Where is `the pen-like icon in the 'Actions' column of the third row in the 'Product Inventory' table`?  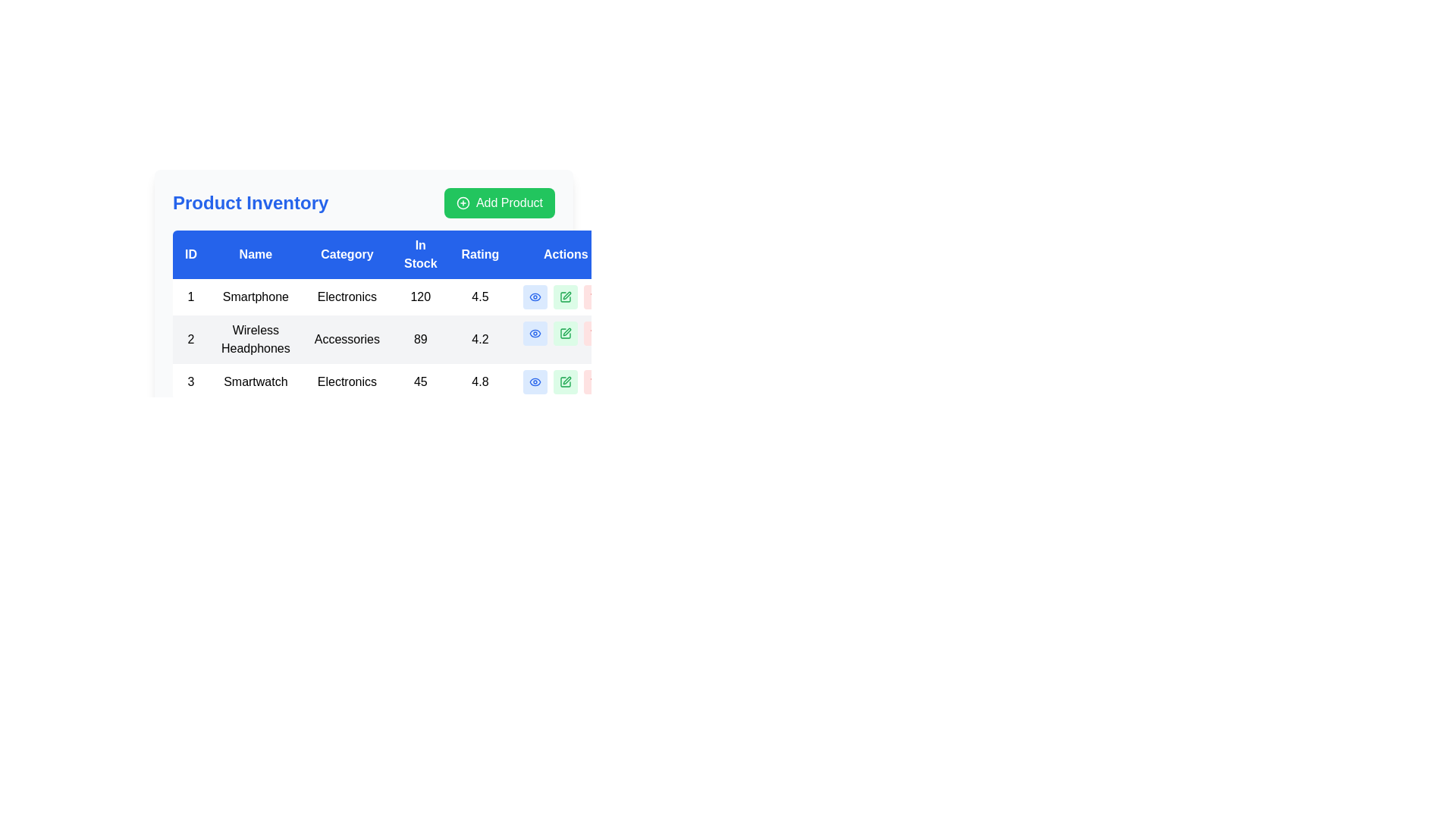
the pen-like icon in the 'Actions' column of the third row in the 'Product Inventory' table is located at coordinates (566, 379).